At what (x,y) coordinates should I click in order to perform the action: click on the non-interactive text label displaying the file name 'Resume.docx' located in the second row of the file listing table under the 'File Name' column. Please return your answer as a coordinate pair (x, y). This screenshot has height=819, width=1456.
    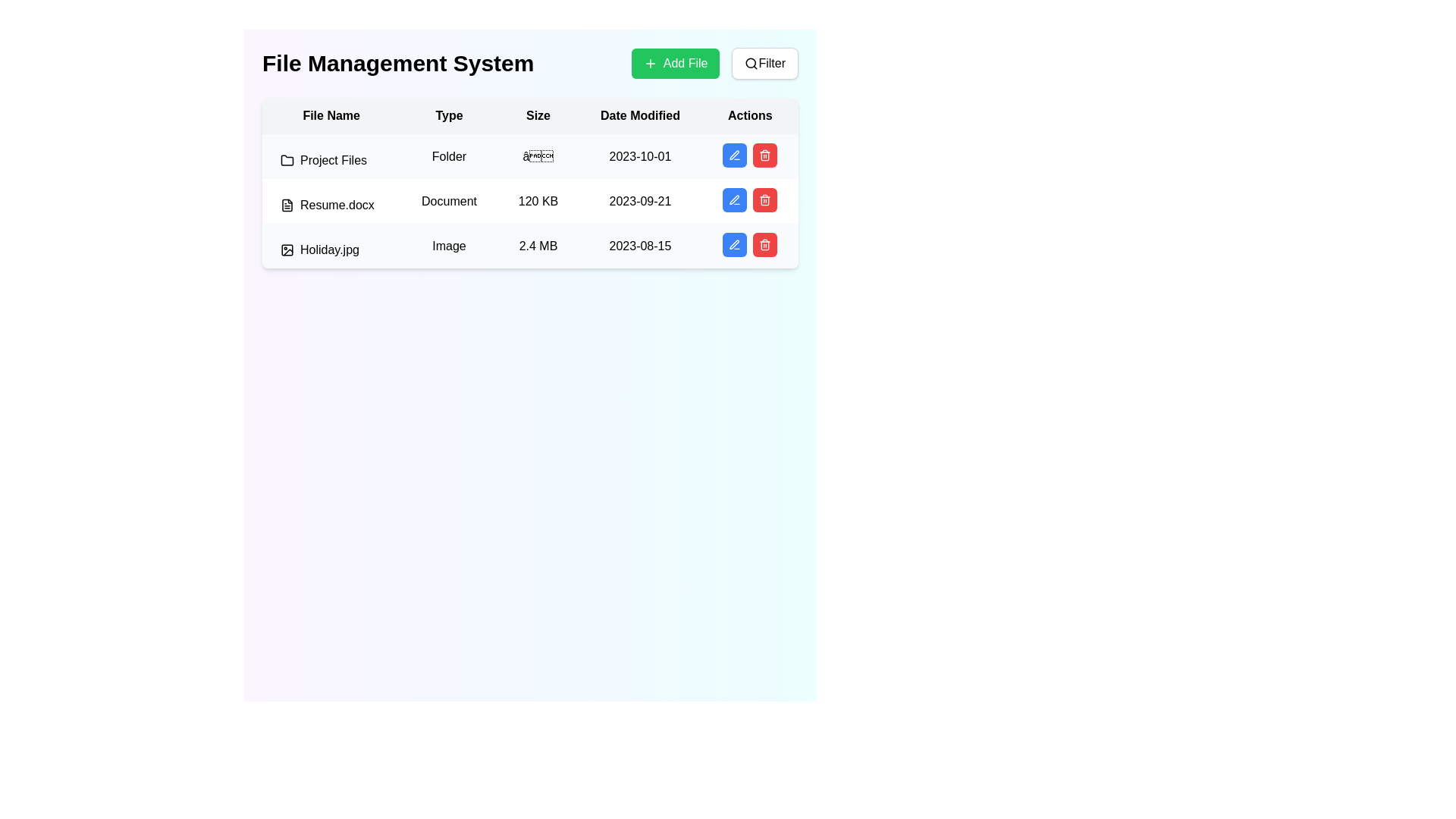
    Looking at the image, I should click on (331, 205).